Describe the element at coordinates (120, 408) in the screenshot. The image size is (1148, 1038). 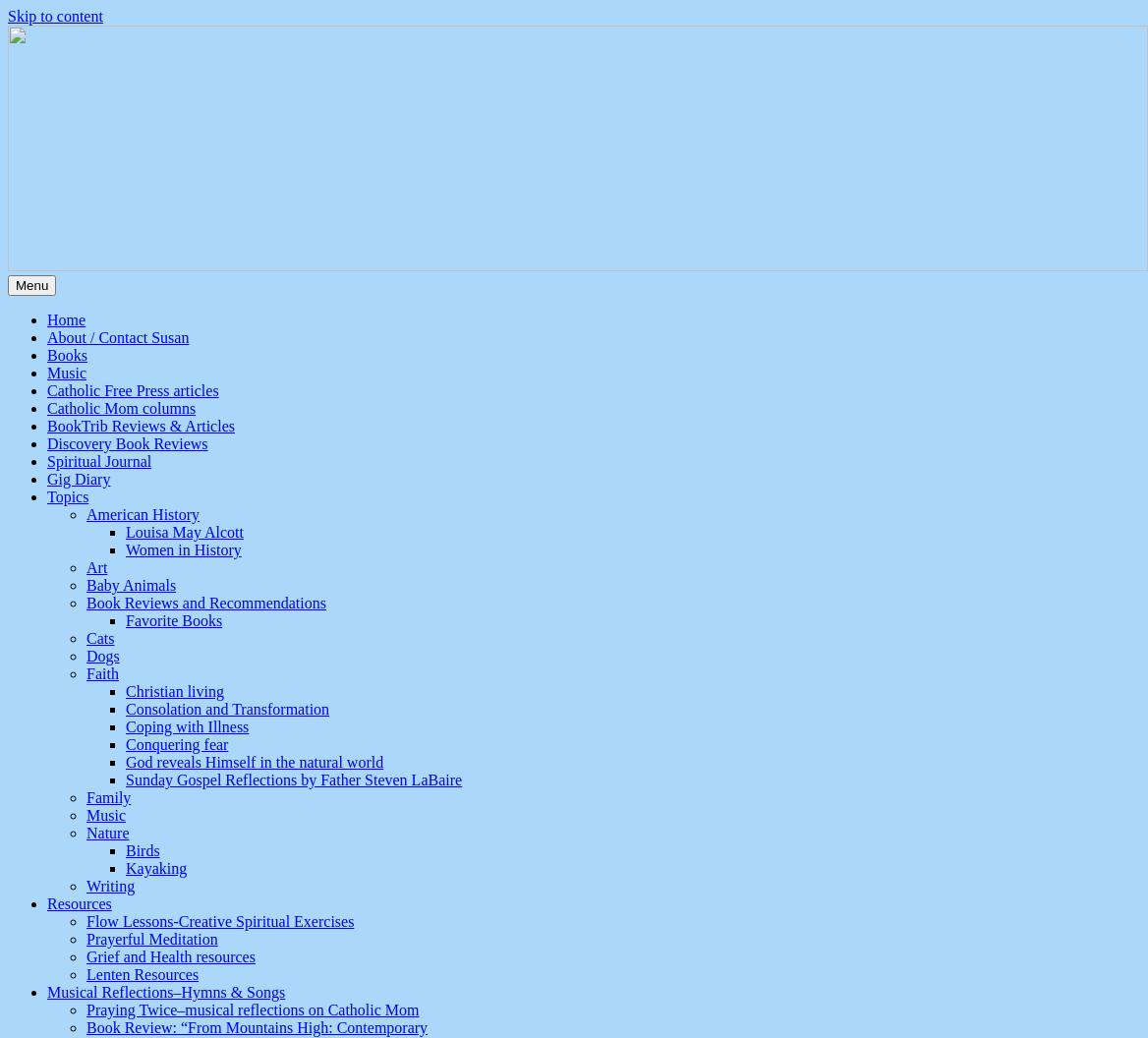
I see `'Catholic Mom columns'` at that location.